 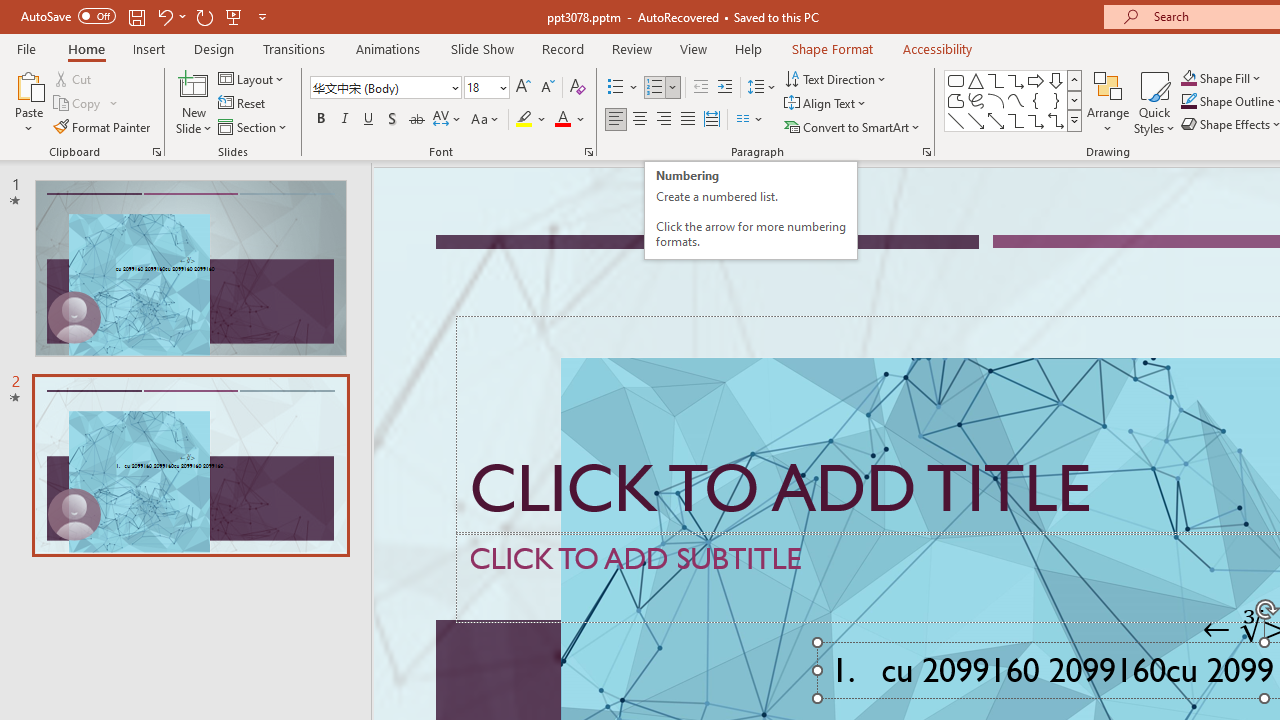 I want to click on 'Line Arrow', so click(x=976, y=120).